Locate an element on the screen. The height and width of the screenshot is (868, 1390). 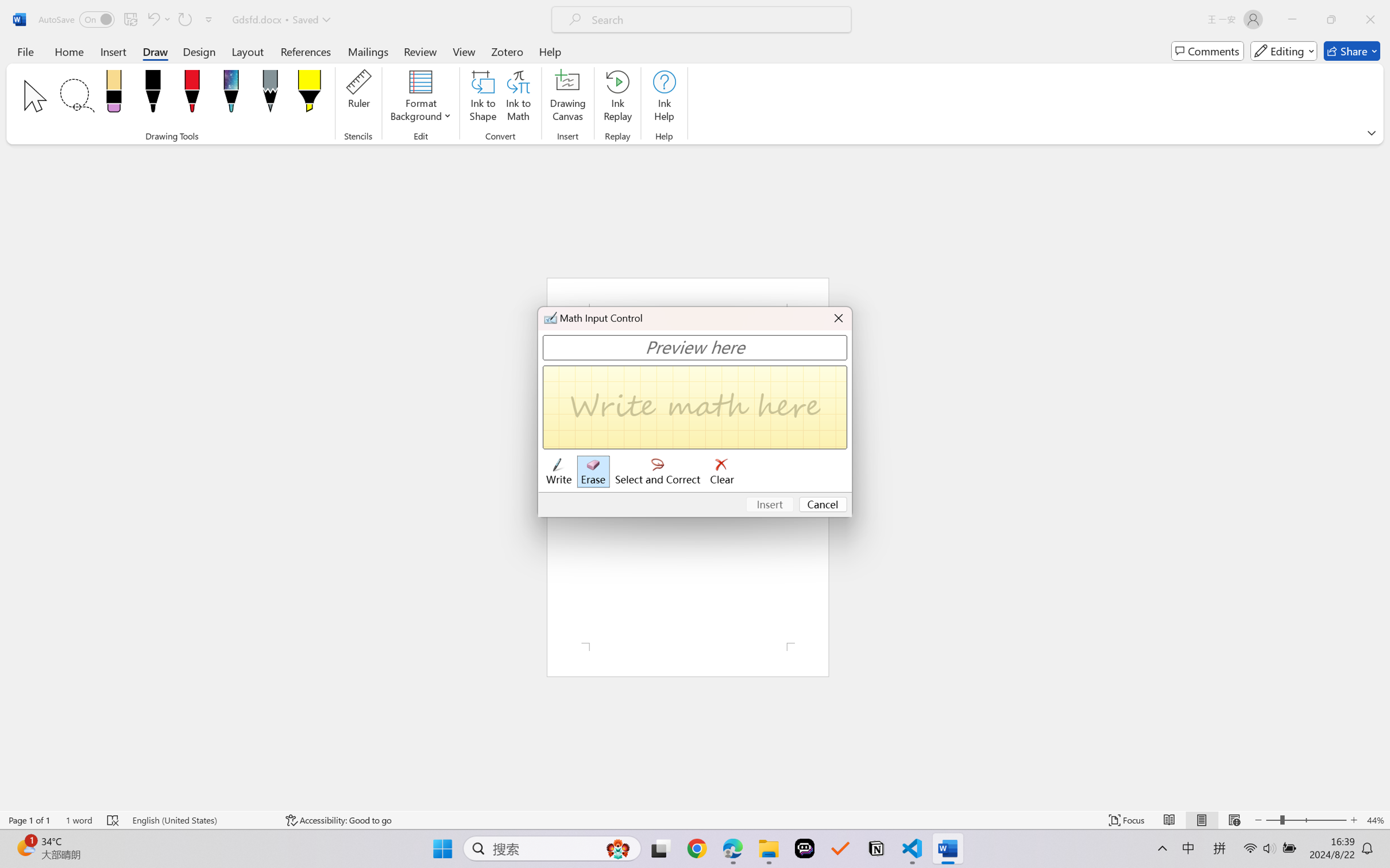
'Google Chrome' is located at coordinates (697, 848).